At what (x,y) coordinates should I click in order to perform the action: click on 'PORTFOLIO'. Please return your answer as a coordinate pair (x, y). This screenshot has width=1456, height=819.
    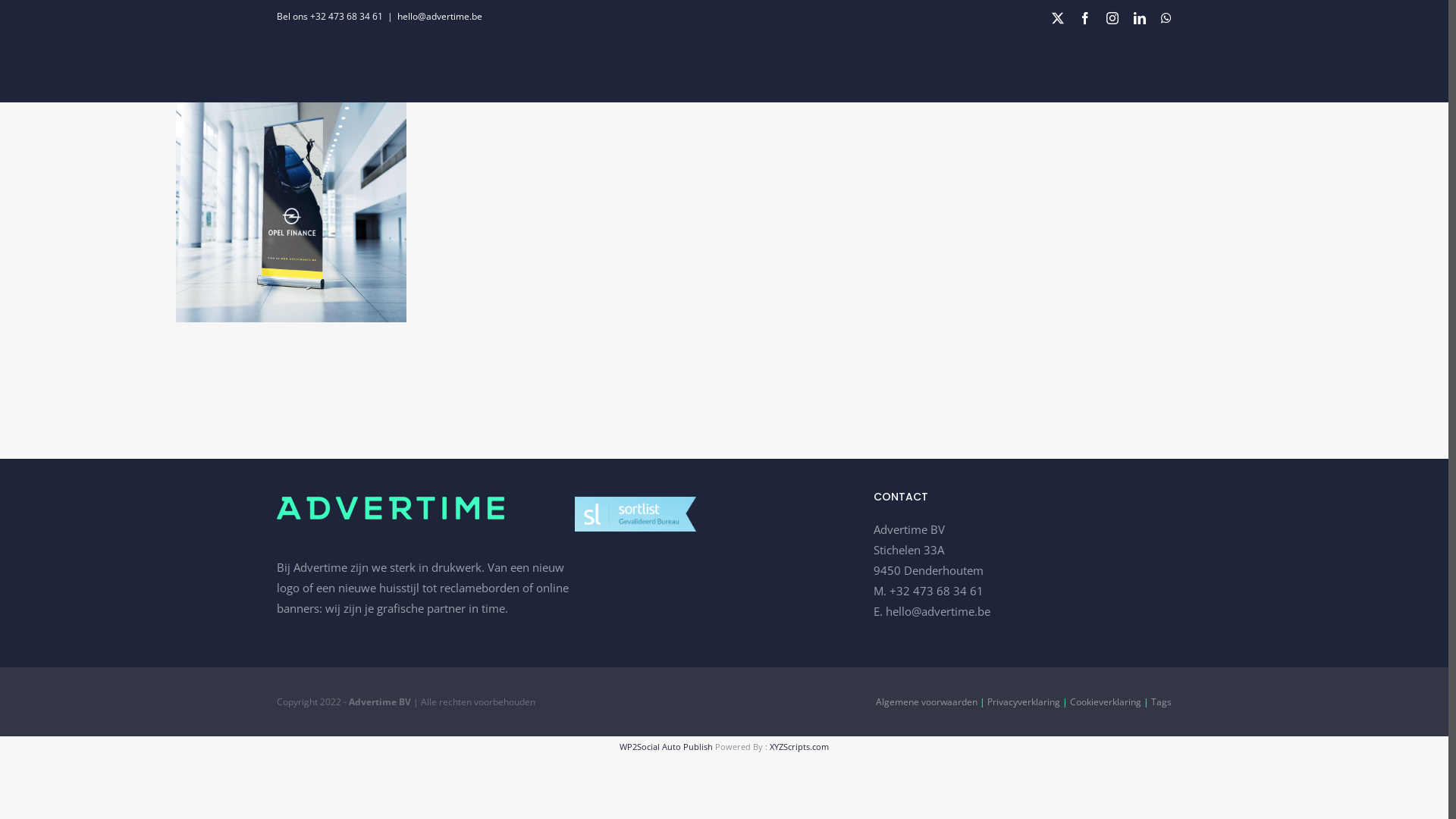
    Looking at the image, I should click on (984, 65).